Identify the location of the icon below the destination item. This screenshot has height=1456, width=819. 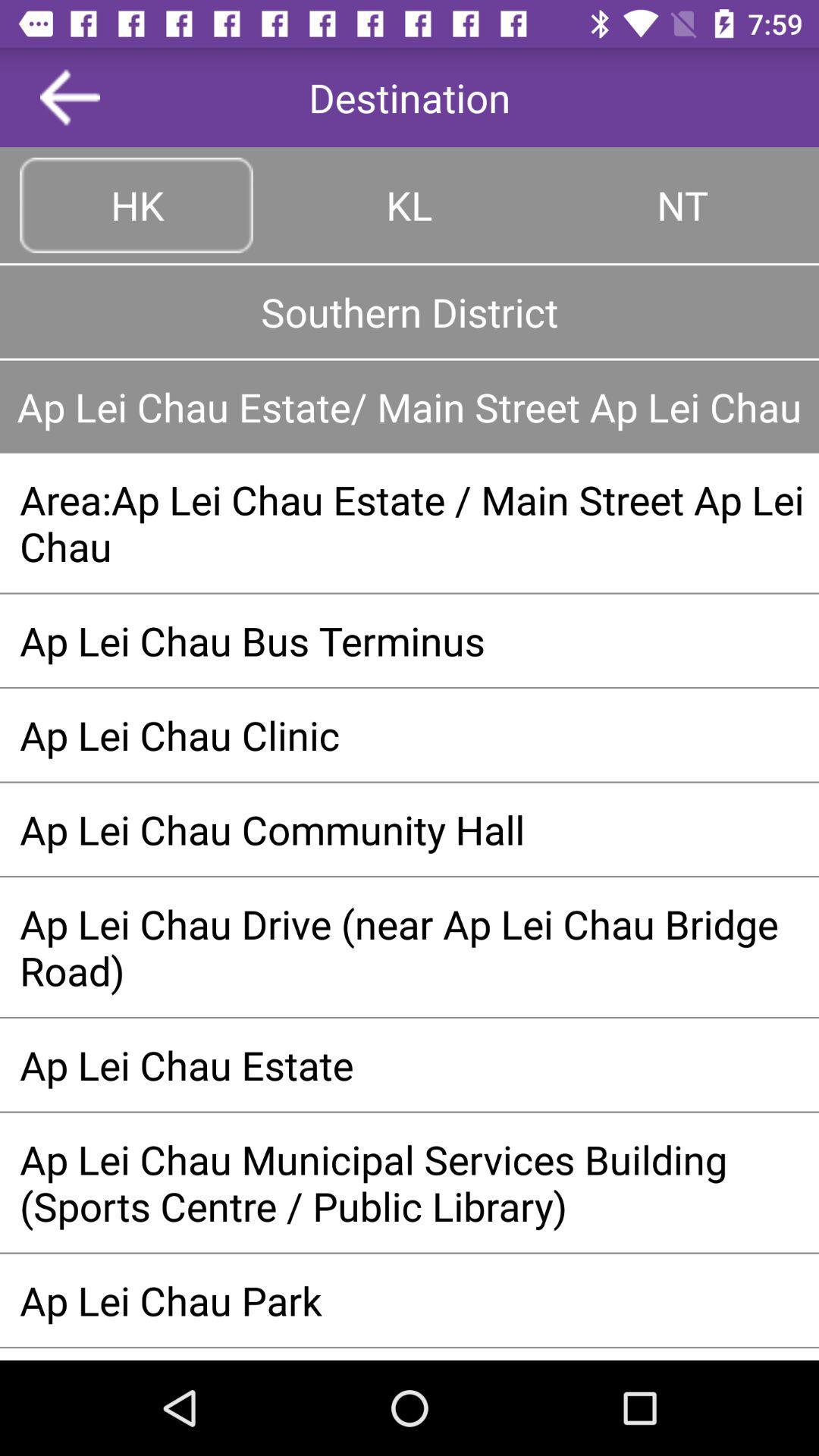
(409, 204).